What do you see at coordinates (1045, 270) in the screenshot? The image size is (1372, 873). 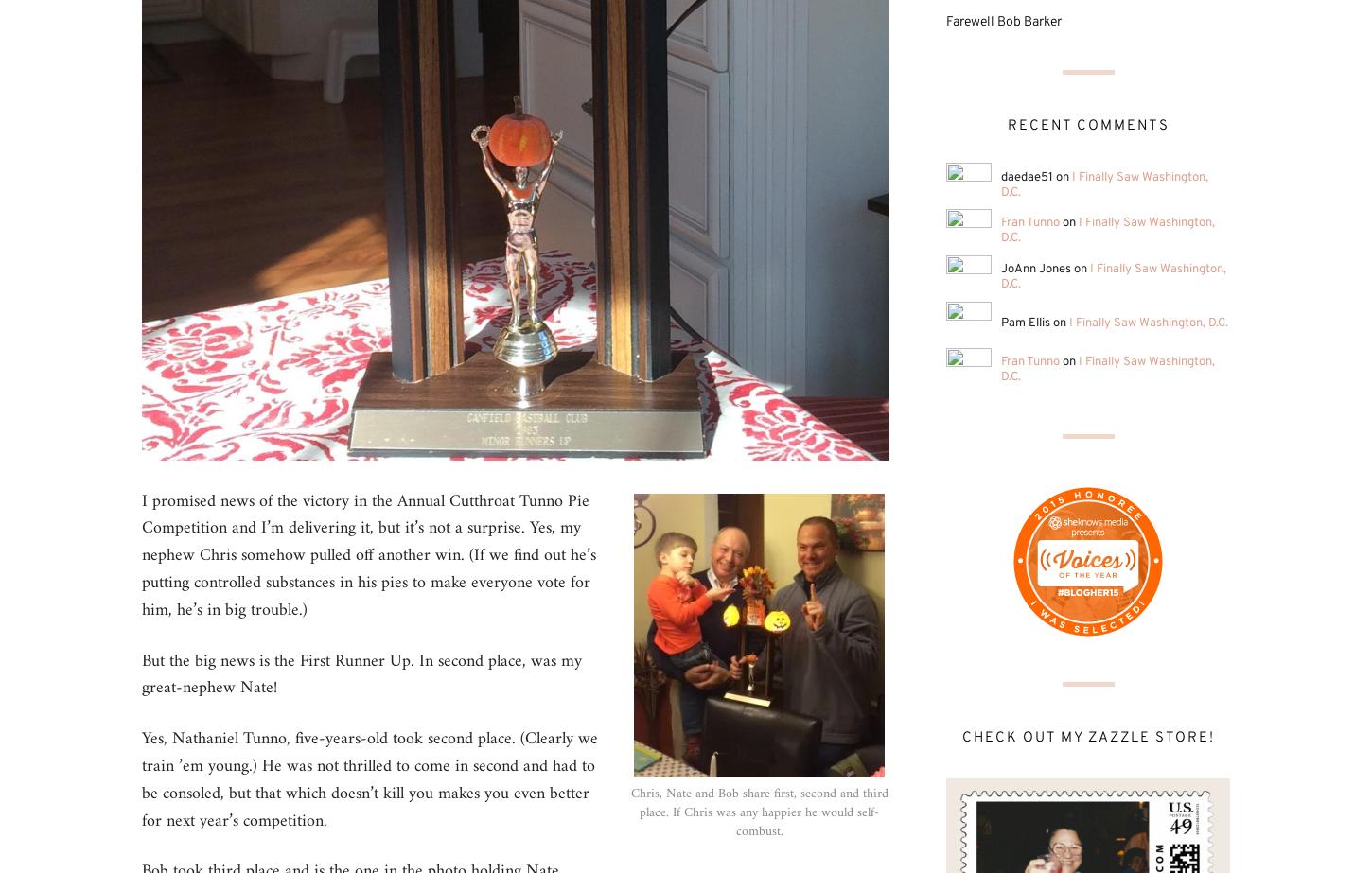 I see `'JoAnn Jones on'` at bounding box center [1045, 270].